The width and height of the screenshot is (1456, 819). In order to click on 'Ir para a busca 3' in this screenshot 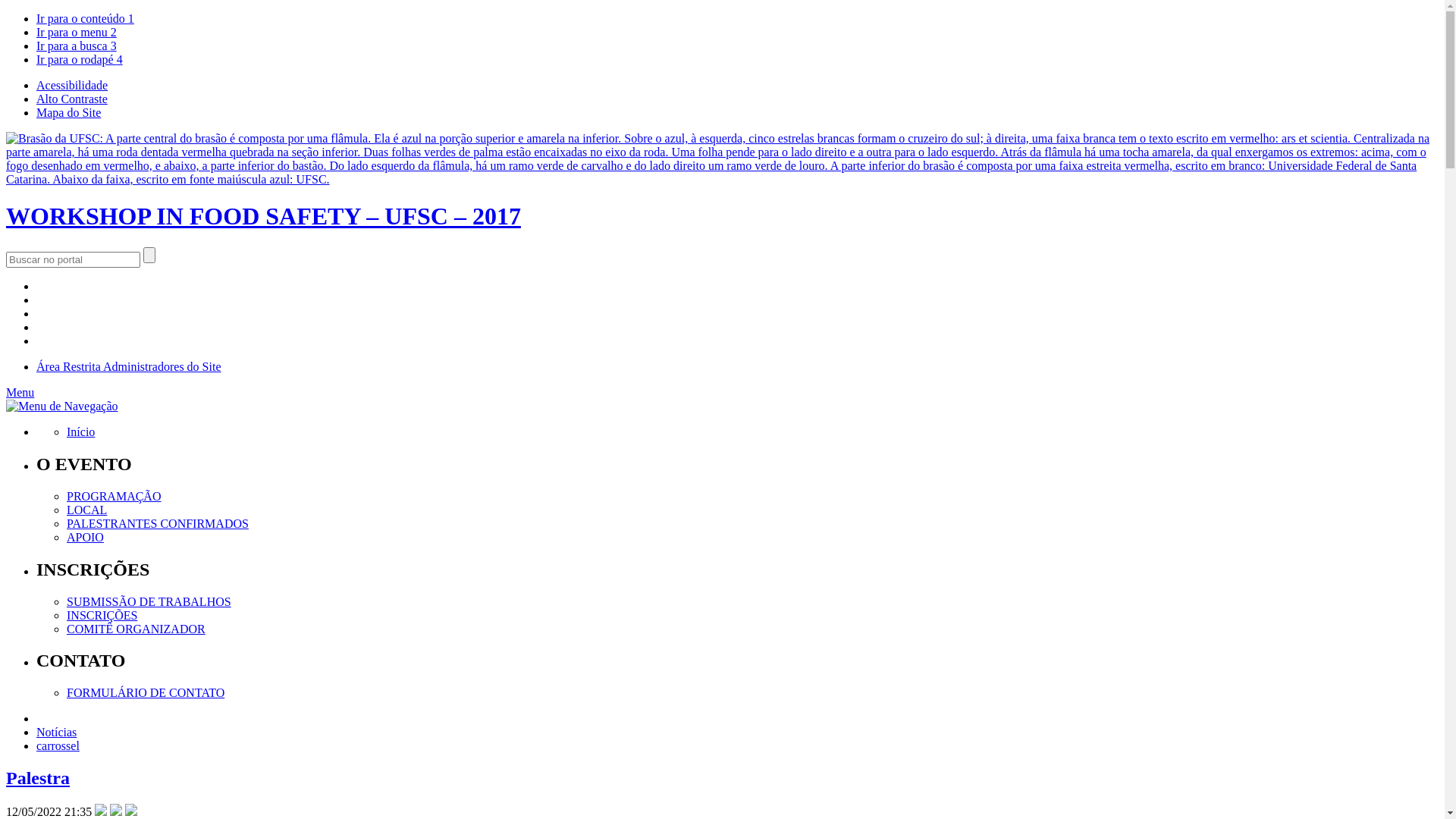, I will do `click(75, 45)`.